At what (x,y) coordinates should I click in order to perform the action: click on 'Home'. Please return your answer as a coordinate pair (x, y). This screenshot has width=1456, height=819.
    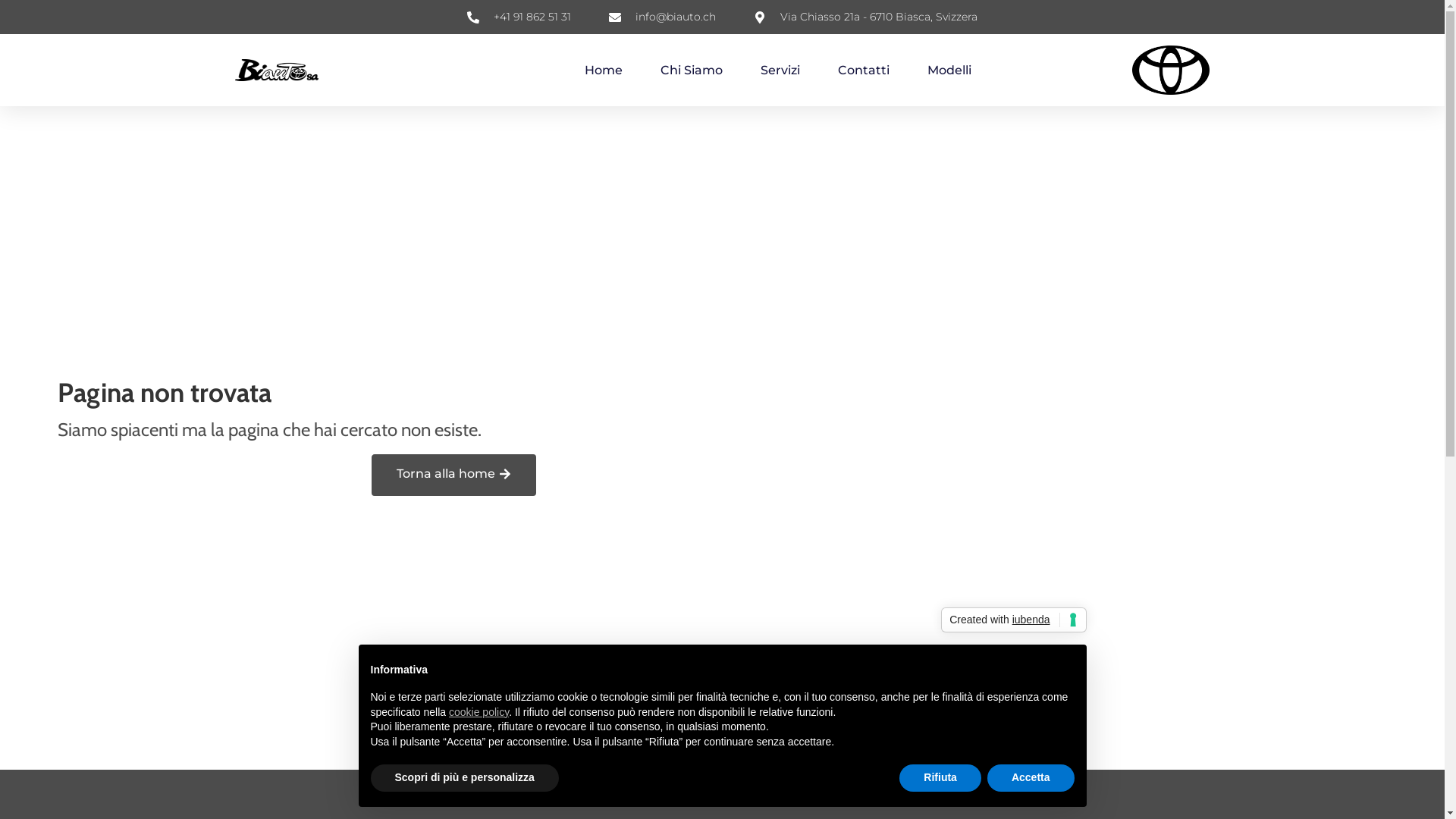
    Looking at the image, I should click on (603, 70).